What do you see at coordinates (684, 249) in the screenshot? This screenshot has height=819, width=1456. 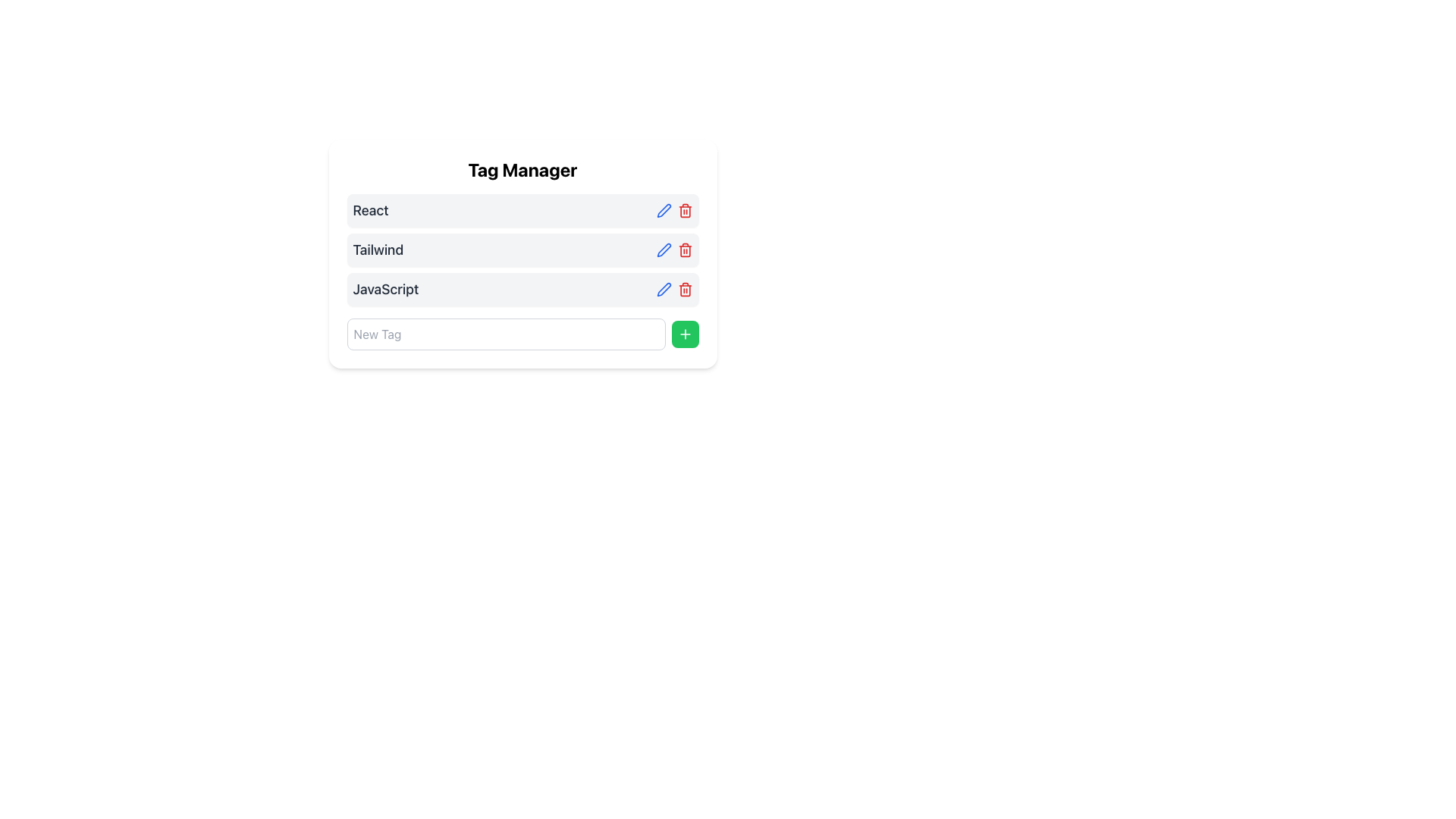 I see `the red trash bin icon button, which is located in the second row, adjacent to the blue pencil icon` at bounding box center [684, 249].